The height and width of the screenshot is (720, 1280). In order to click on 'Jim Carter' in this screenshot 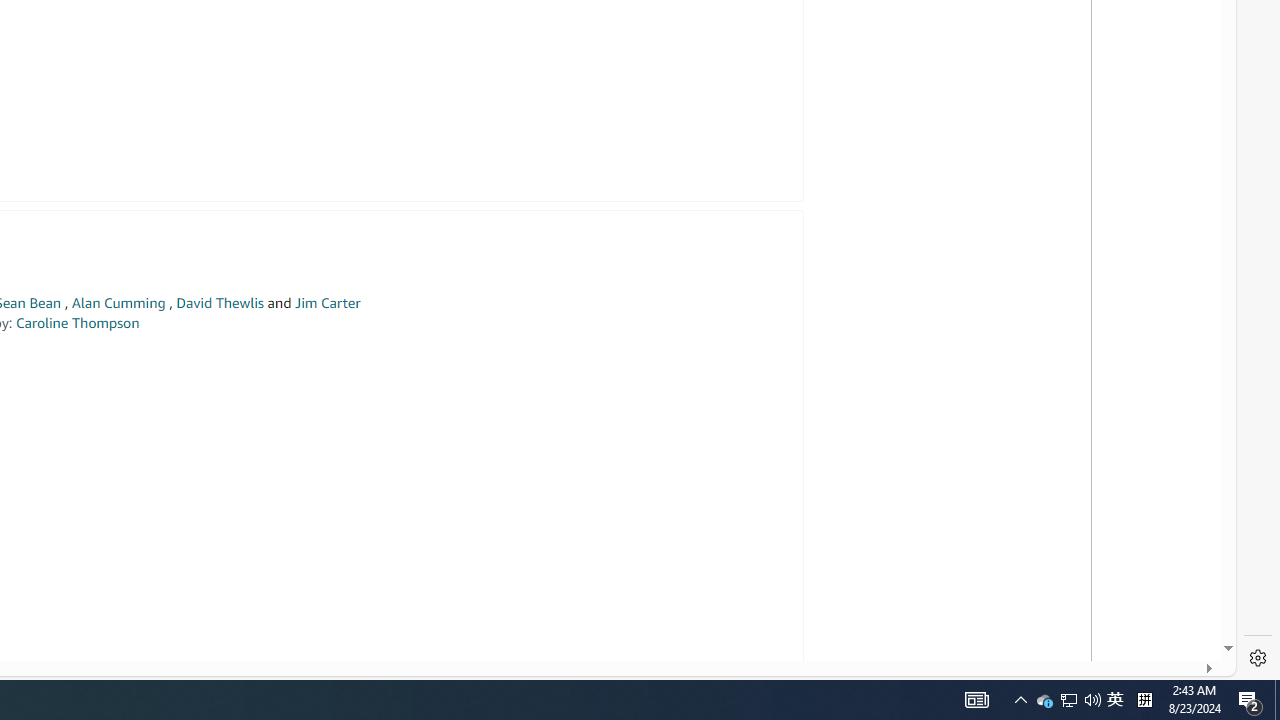, I will do `click(327, 303)`.